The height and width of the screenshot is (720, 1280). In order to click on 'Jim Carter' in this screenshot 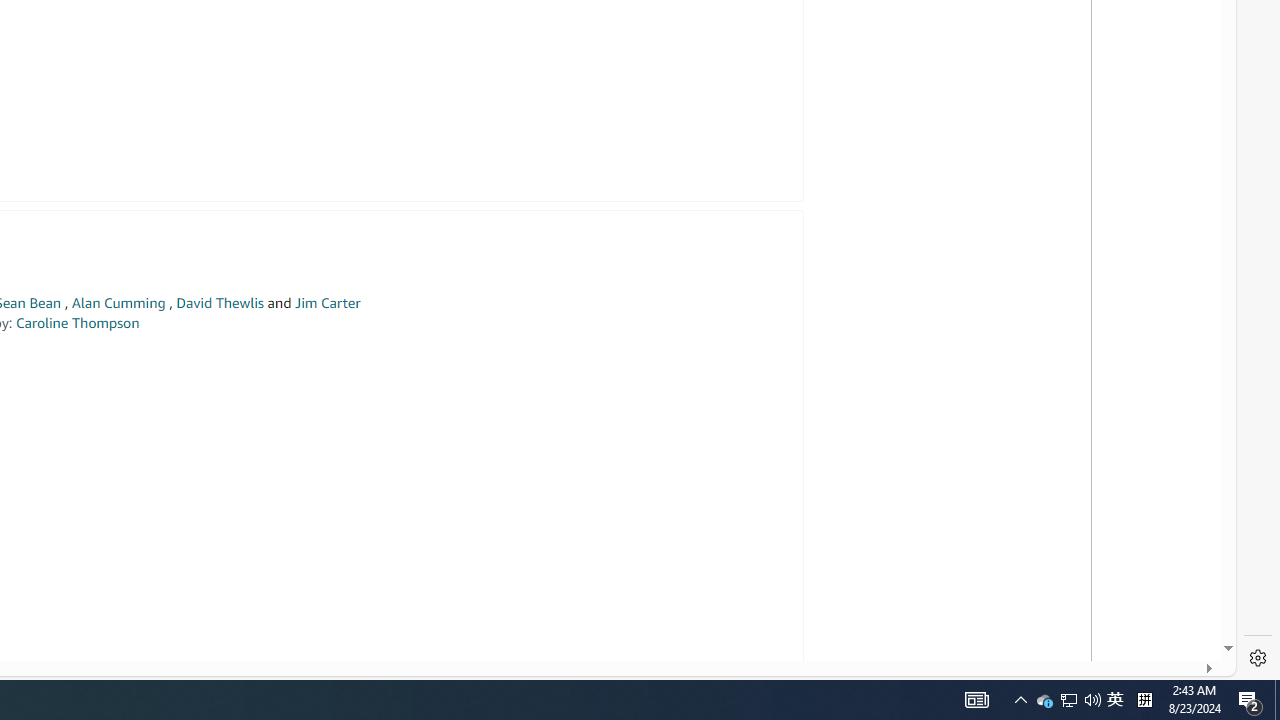, I will do `click(327, 303)`.